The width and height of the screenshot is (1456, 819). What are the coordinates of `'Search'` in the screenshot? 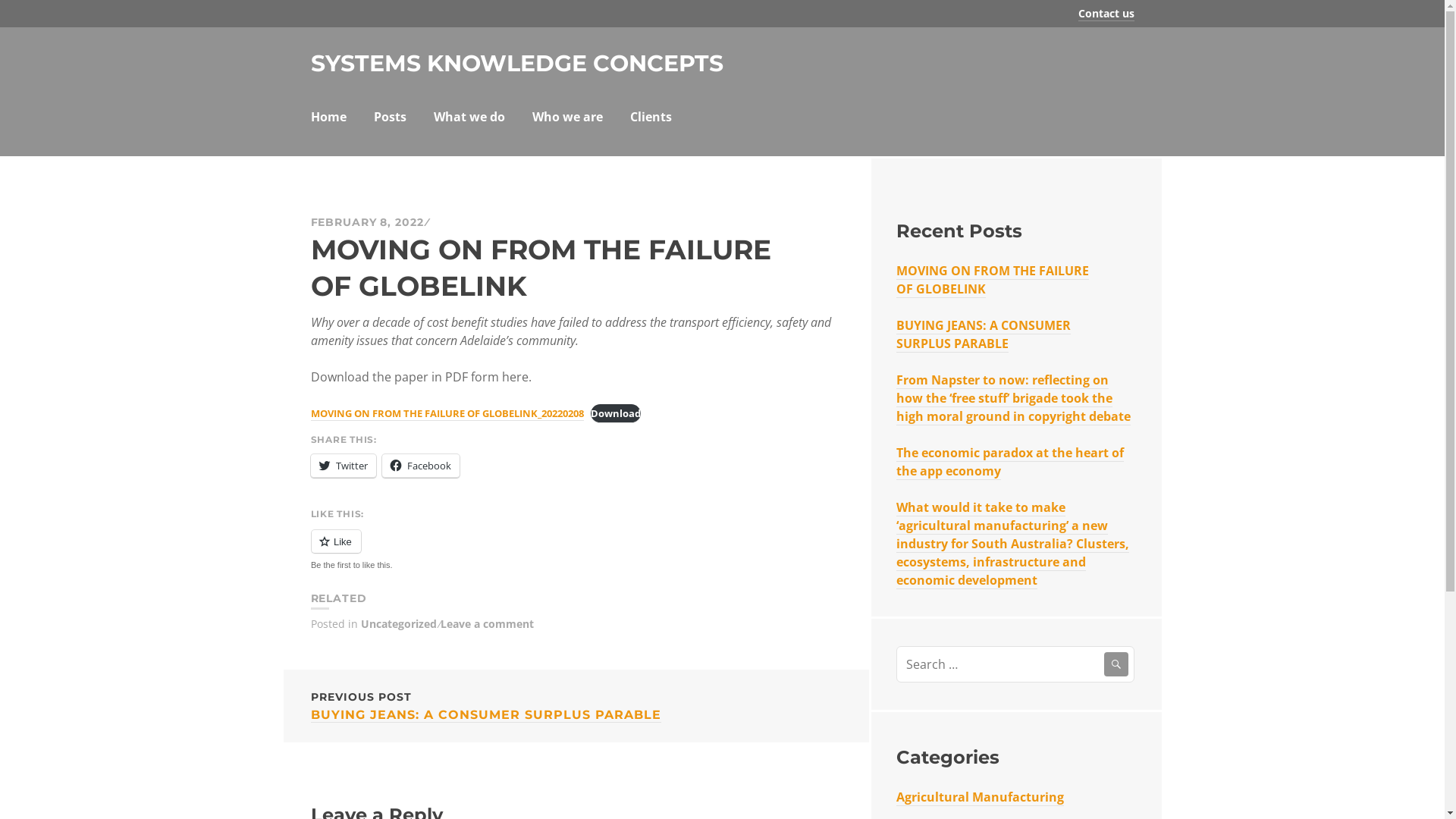 It's located at (1116, 663).